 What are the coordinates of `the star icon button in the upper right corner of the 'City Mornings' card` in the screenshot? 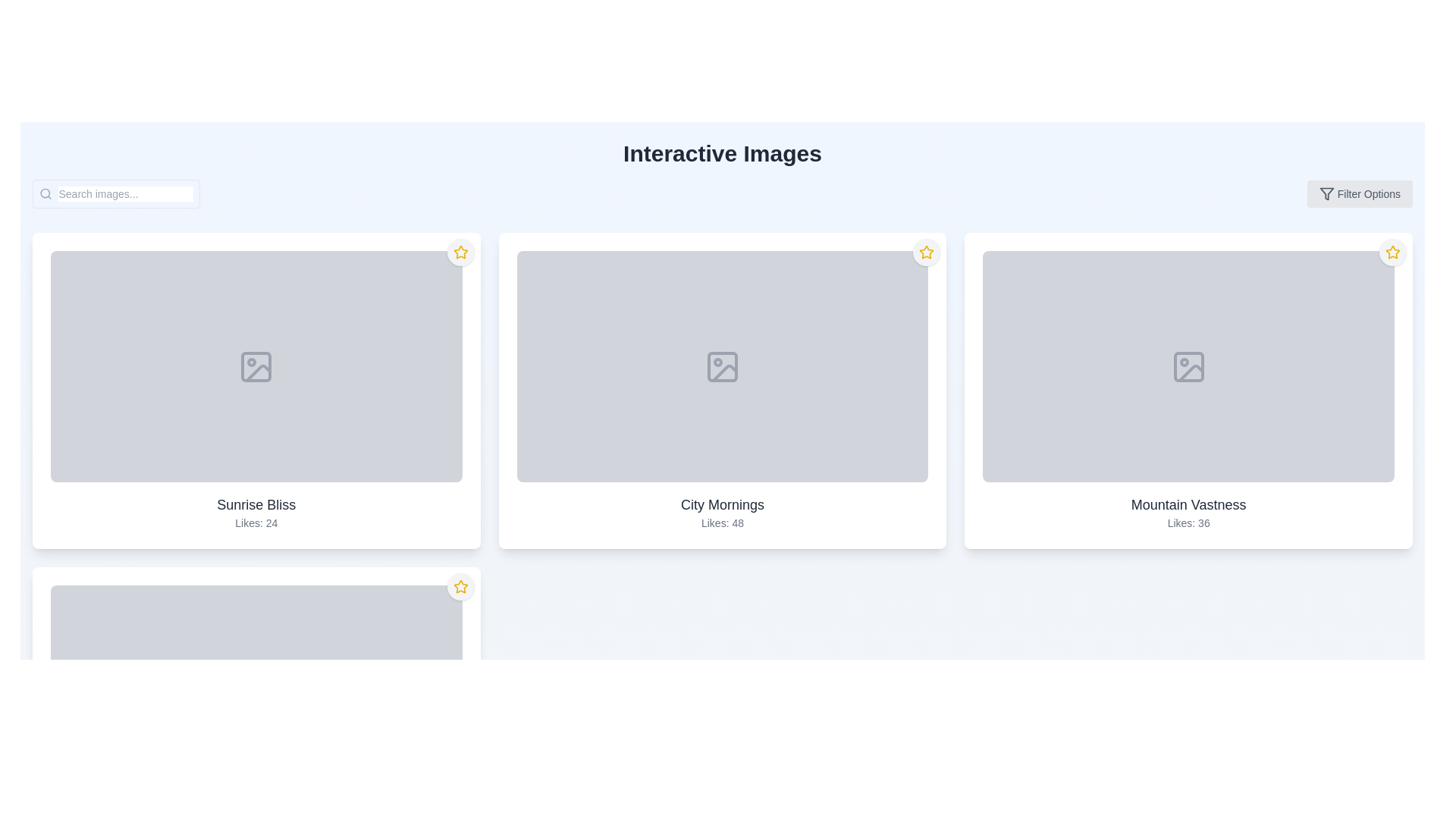 It's located at (926, 251).